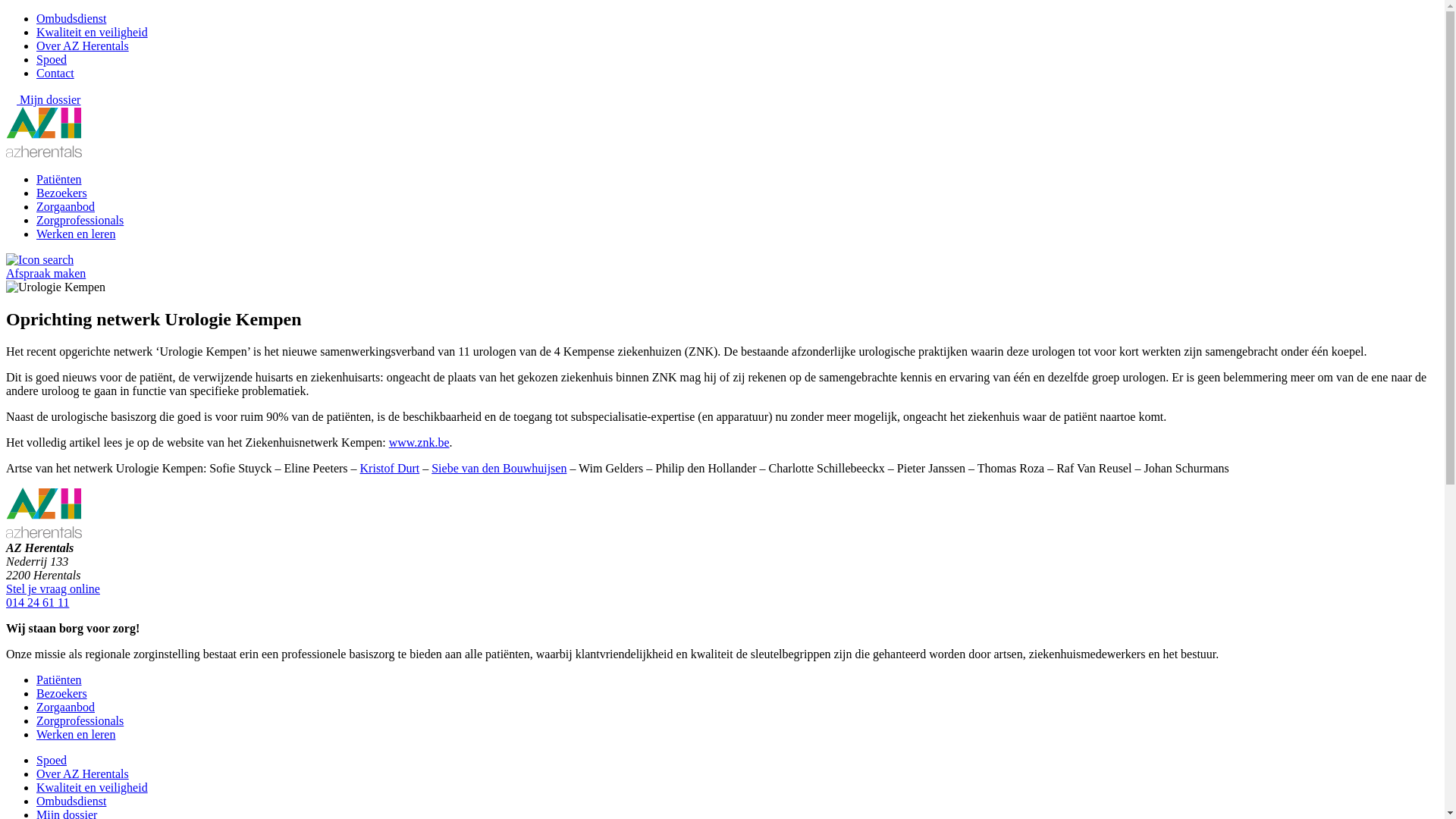 The height and width of the screenshot is (819, 1456). I want to click on 'Over AZ Herentals', so click(82, 773).